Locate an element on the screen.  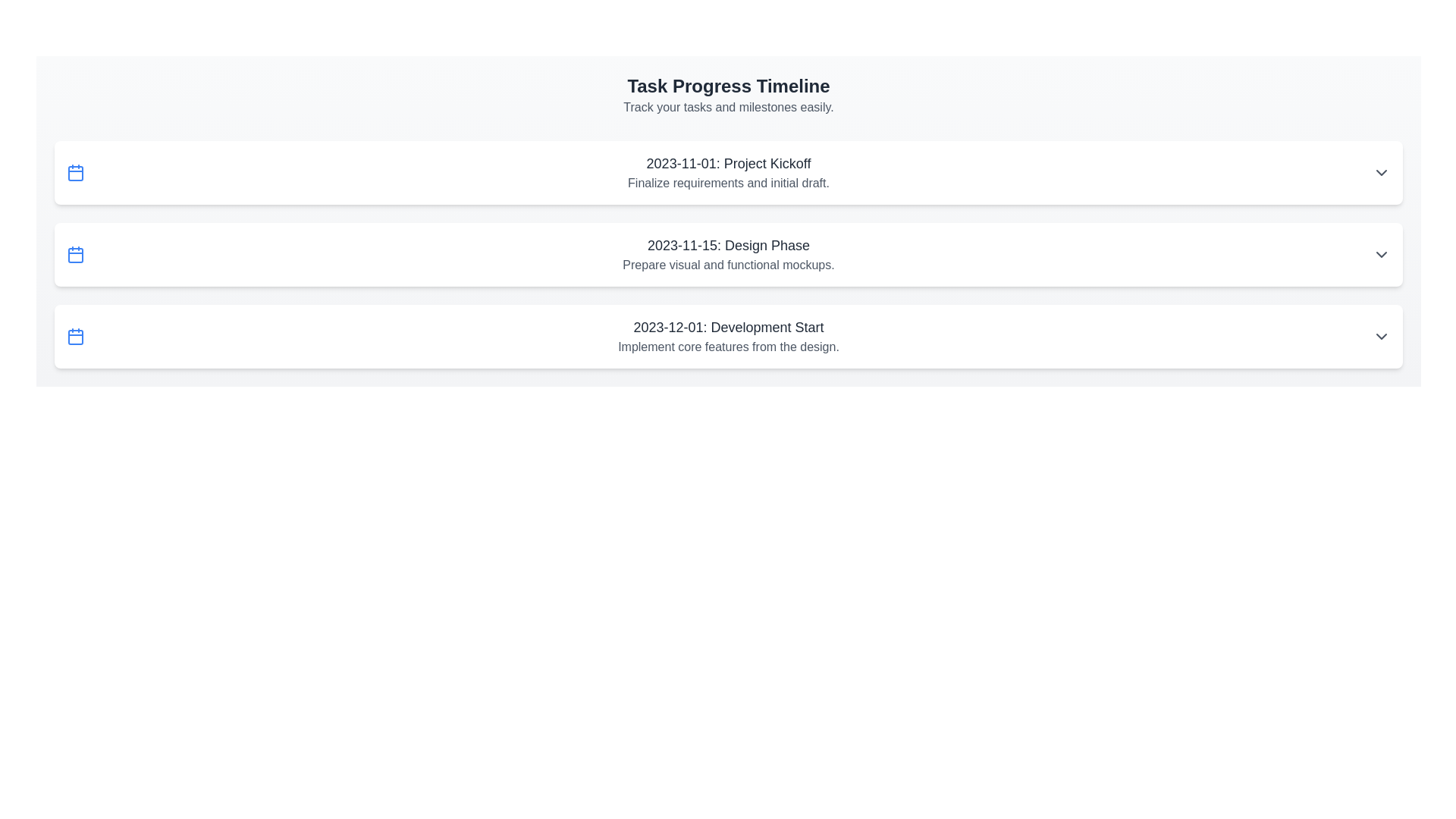
the text block displaying the date '2023-11-15' and 'Design Phase' for more details, which is located within the task timeline interface is located at coordinates (728, 253).